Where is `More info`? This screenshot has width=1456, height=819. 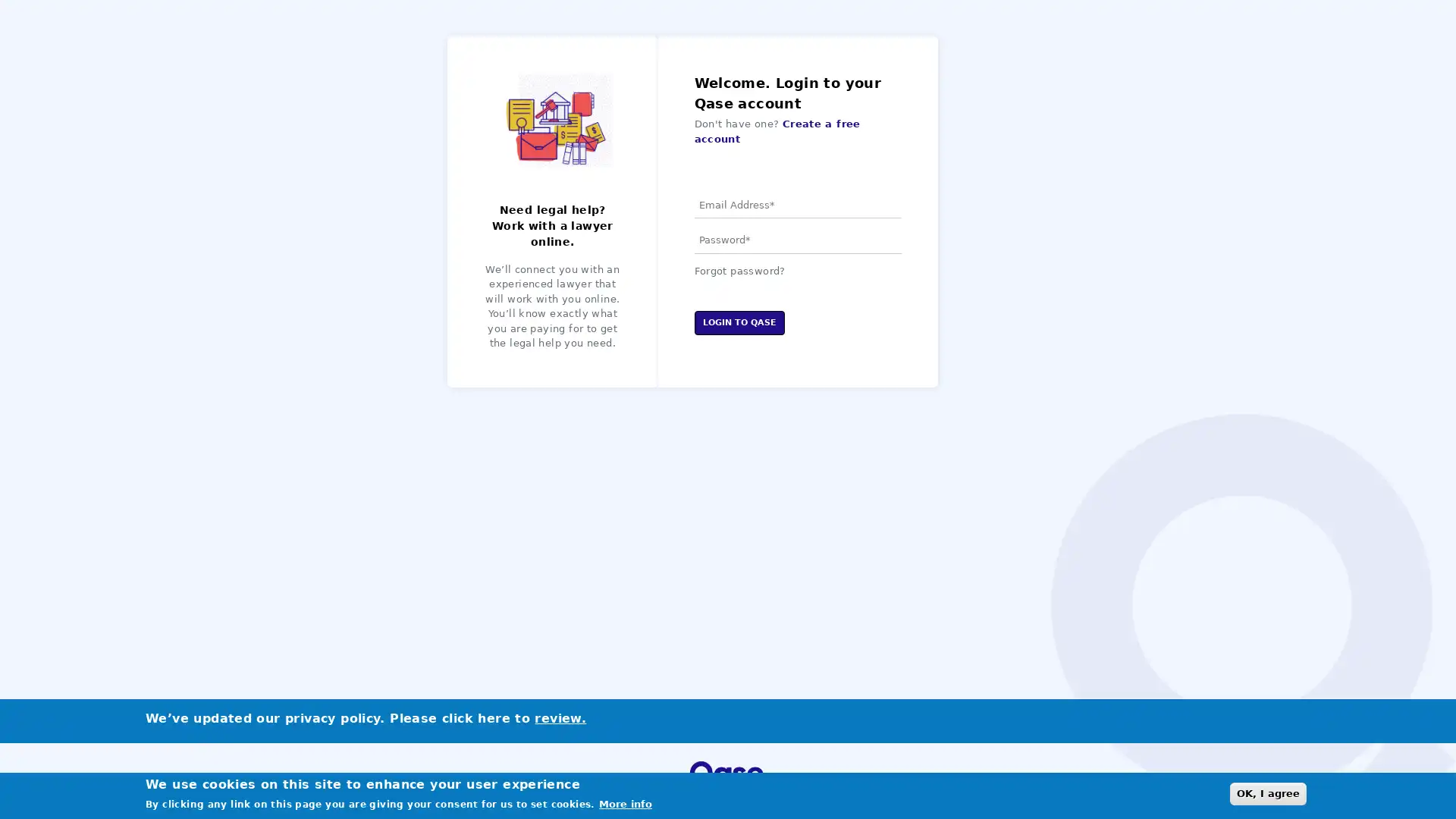 More info is located at coordinates (626, 803).